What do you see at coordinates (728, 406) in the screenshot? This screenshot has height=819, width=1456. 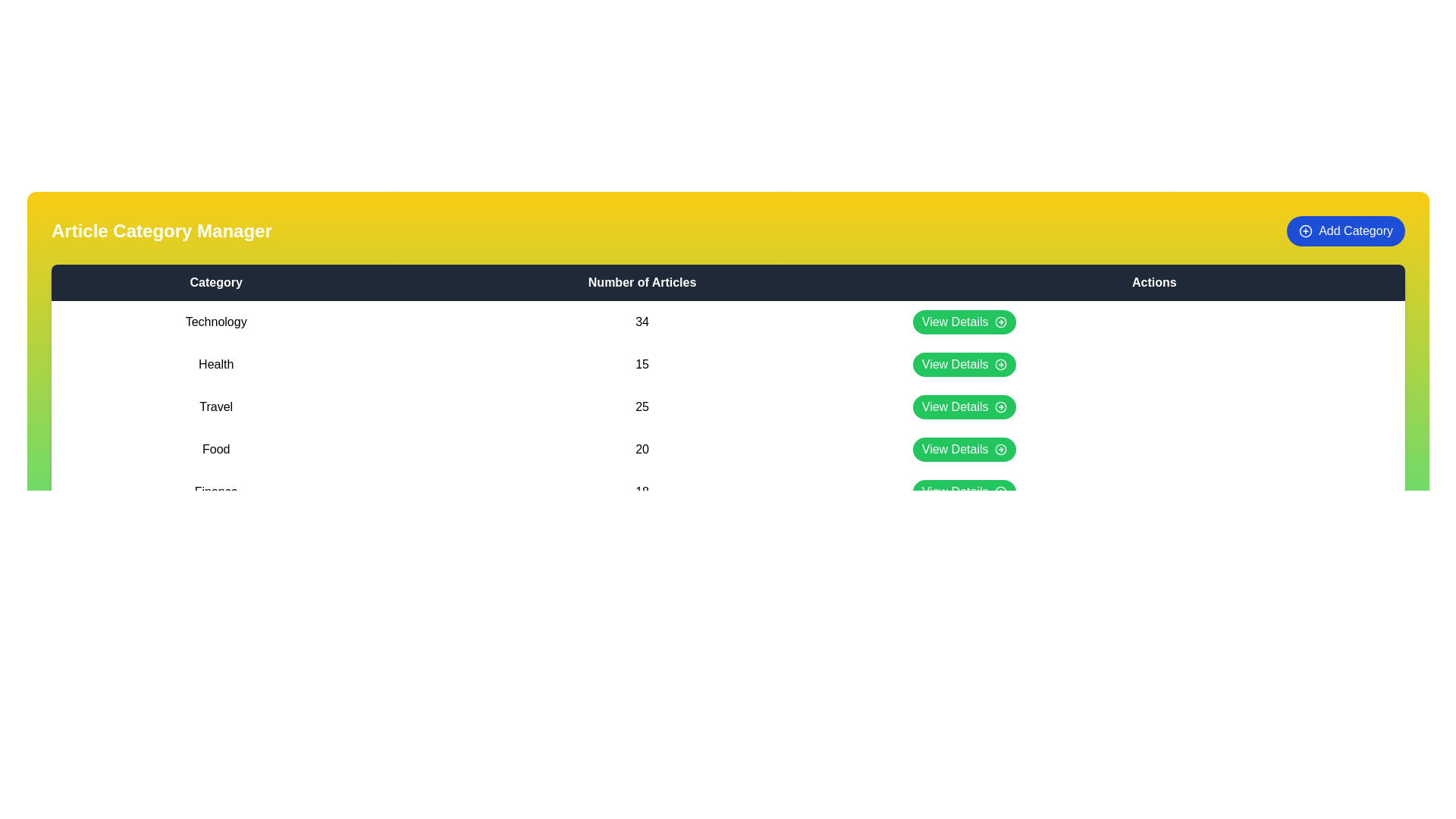 I see `the row corresponding to the category Travel` at bounding box center [728, 406].